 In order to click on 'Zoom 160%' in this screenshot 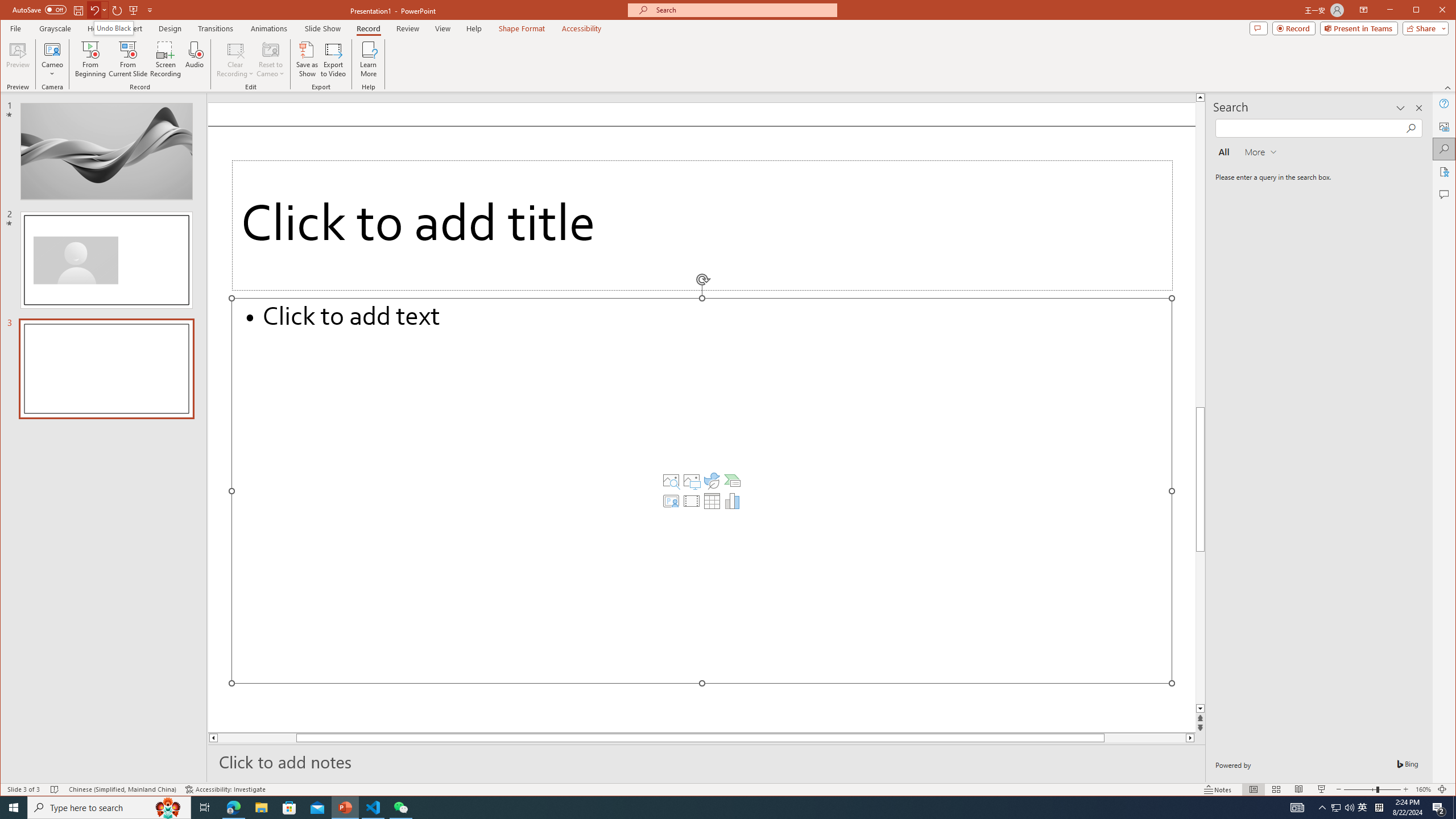, I will do `click(1423, 789)`.